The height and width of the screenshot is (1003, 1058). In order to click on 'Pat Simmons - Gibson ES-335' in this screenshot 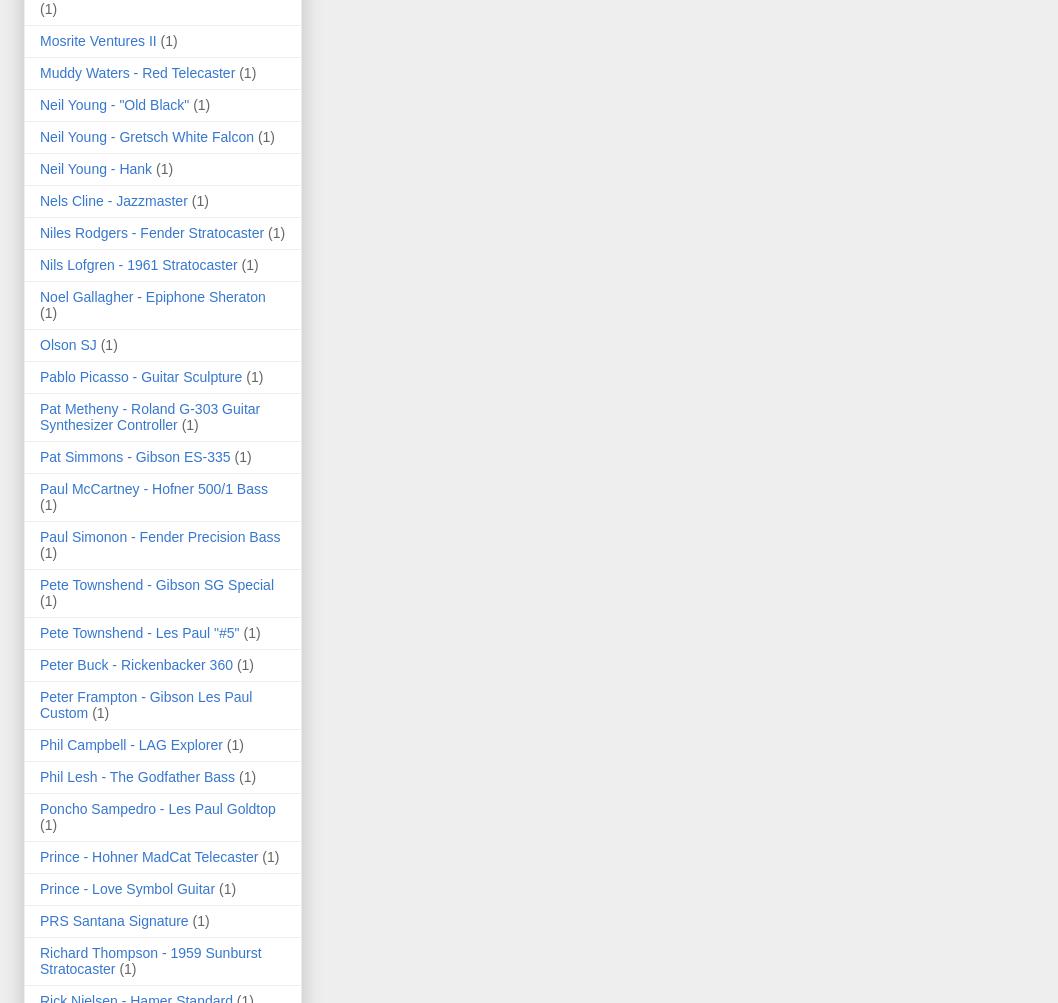, I will do `click(39, 455)`.